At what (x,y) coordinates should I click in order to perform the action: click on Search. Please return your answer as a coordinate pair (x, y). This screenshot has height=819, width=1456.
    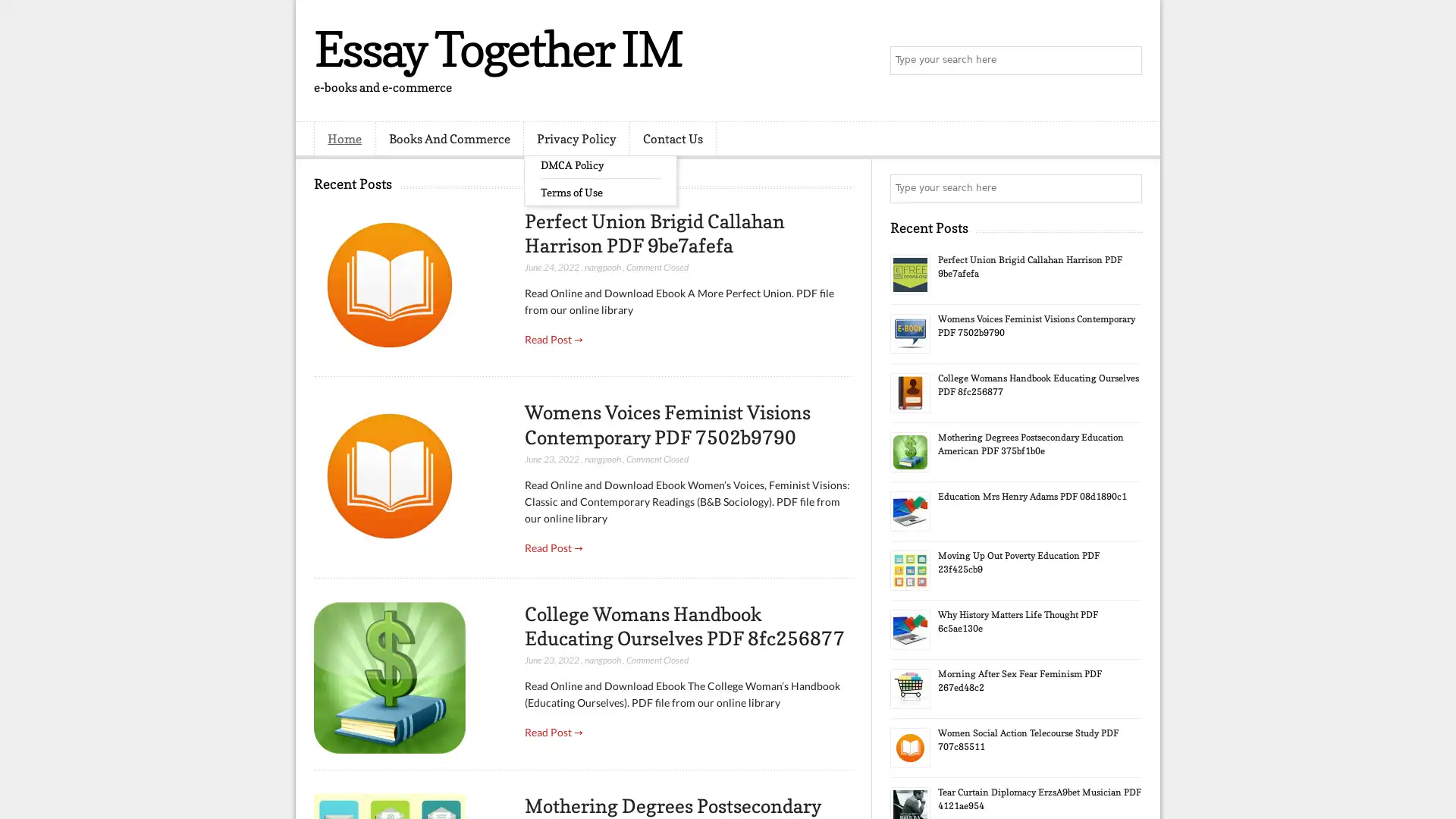
    Looking at the image, I should click on (1126, 188).